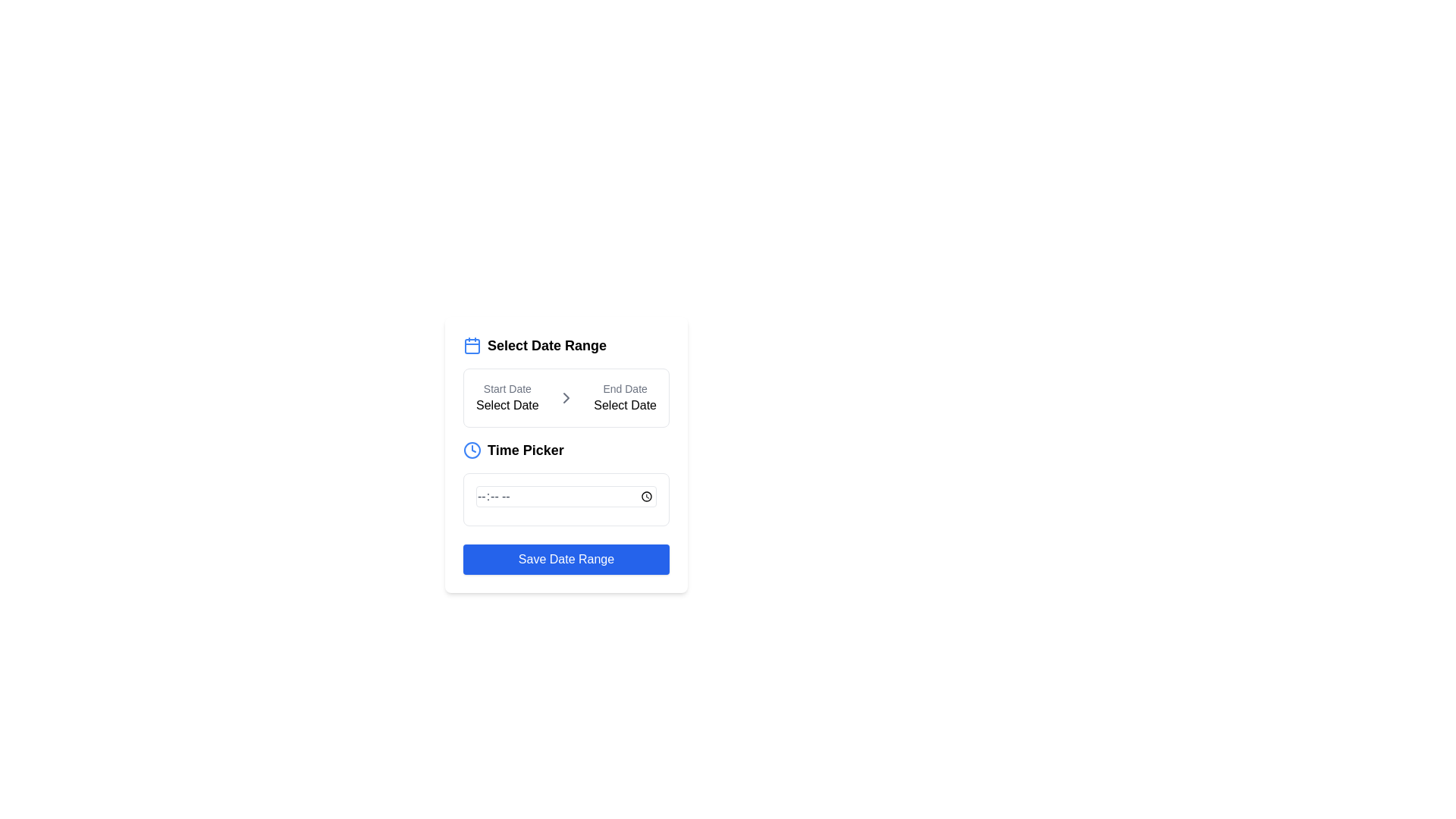 This screenshot has width=1456, height=819. What do you see at coordinates (472, 450) in the screenshot?
I see `the clock icon that represents the time selection functionality, located to the left of the 'Time Picker' label` at bounding box center [472, 450].